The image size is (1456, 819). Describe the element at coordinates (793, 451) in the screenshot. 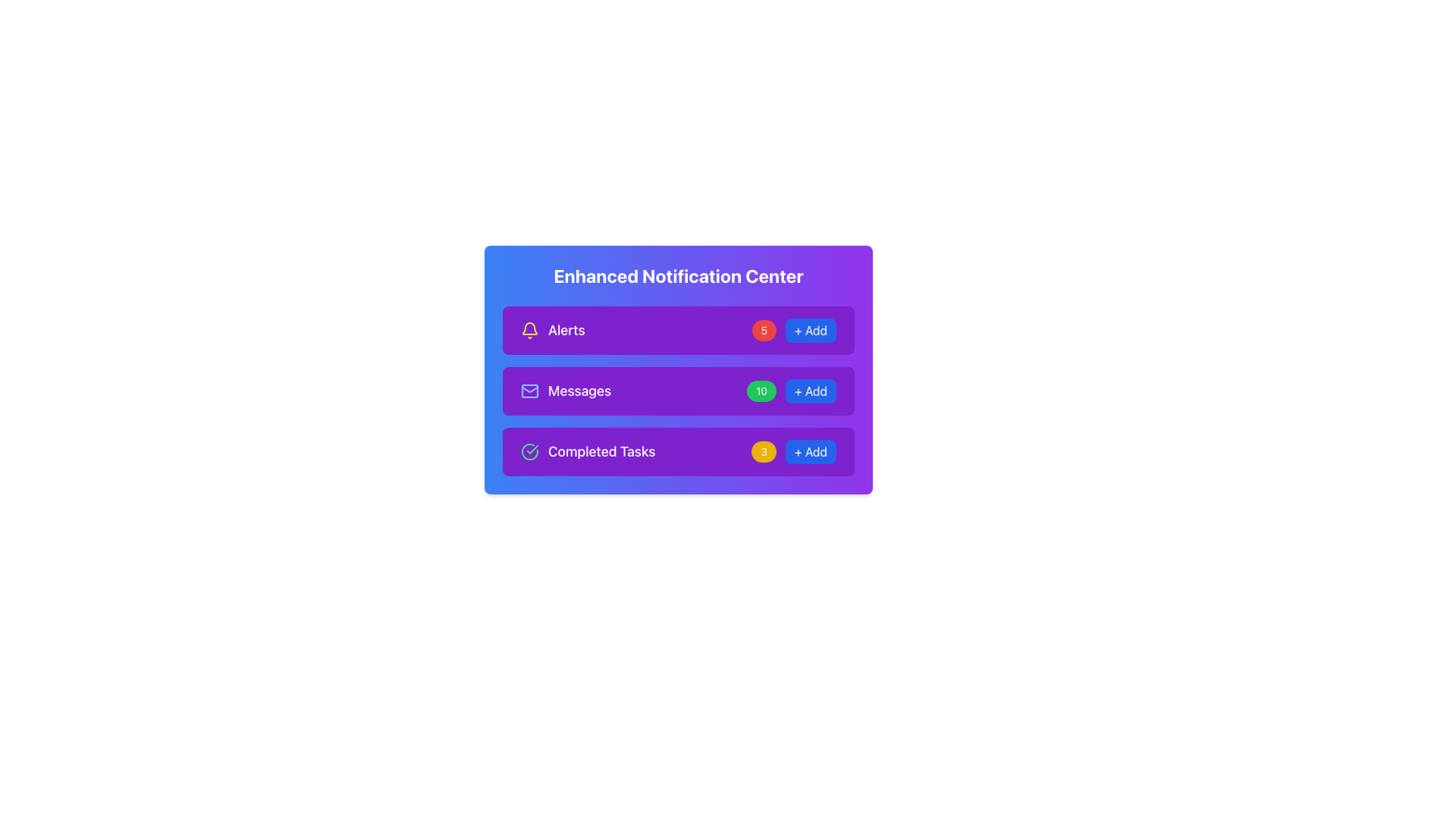

I see `the yellow circular badge displaying the number '3' next to the '+ Add' button` at that location.